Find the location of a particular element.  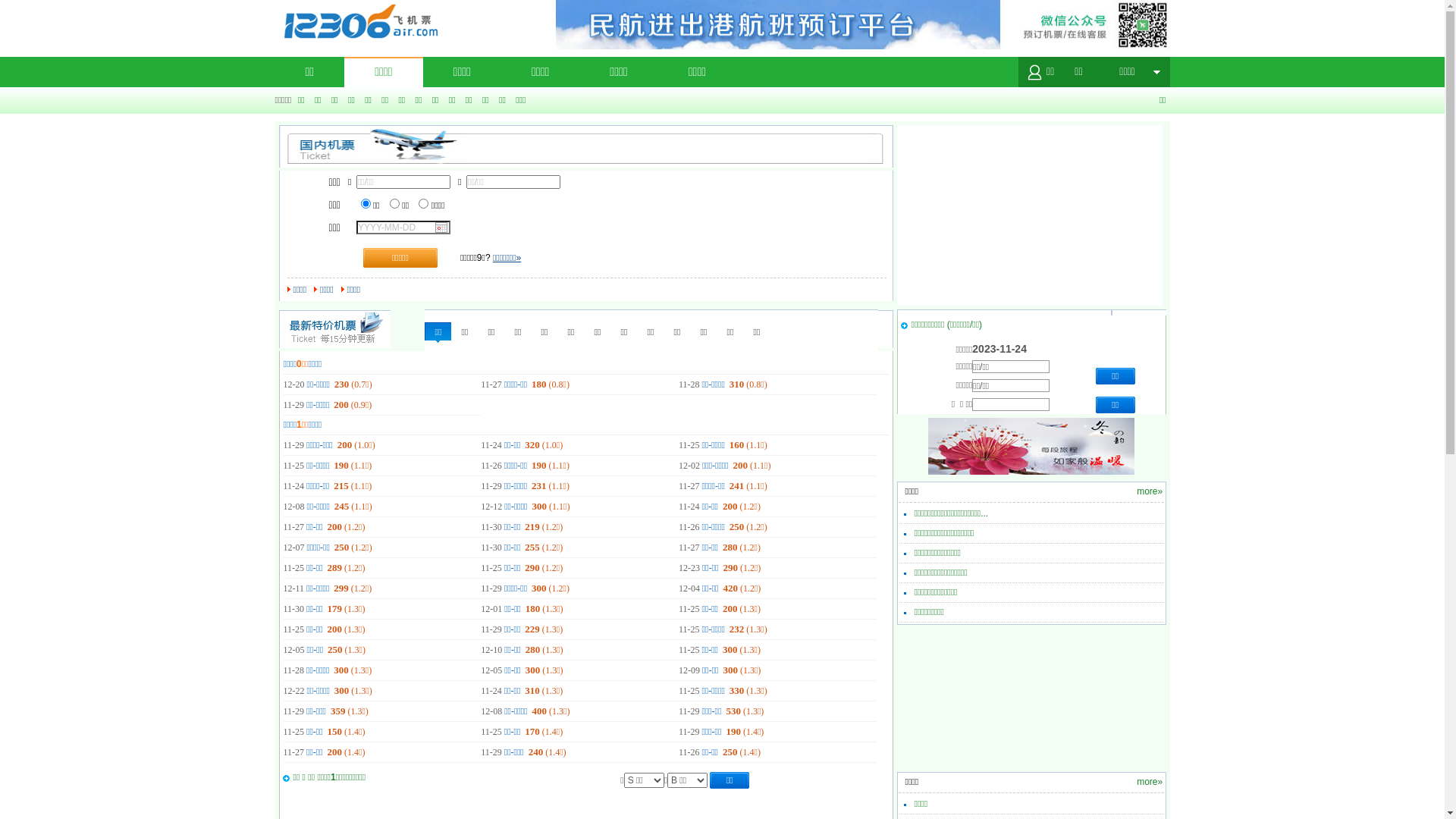

'3' is located at coordinates (423, 202).